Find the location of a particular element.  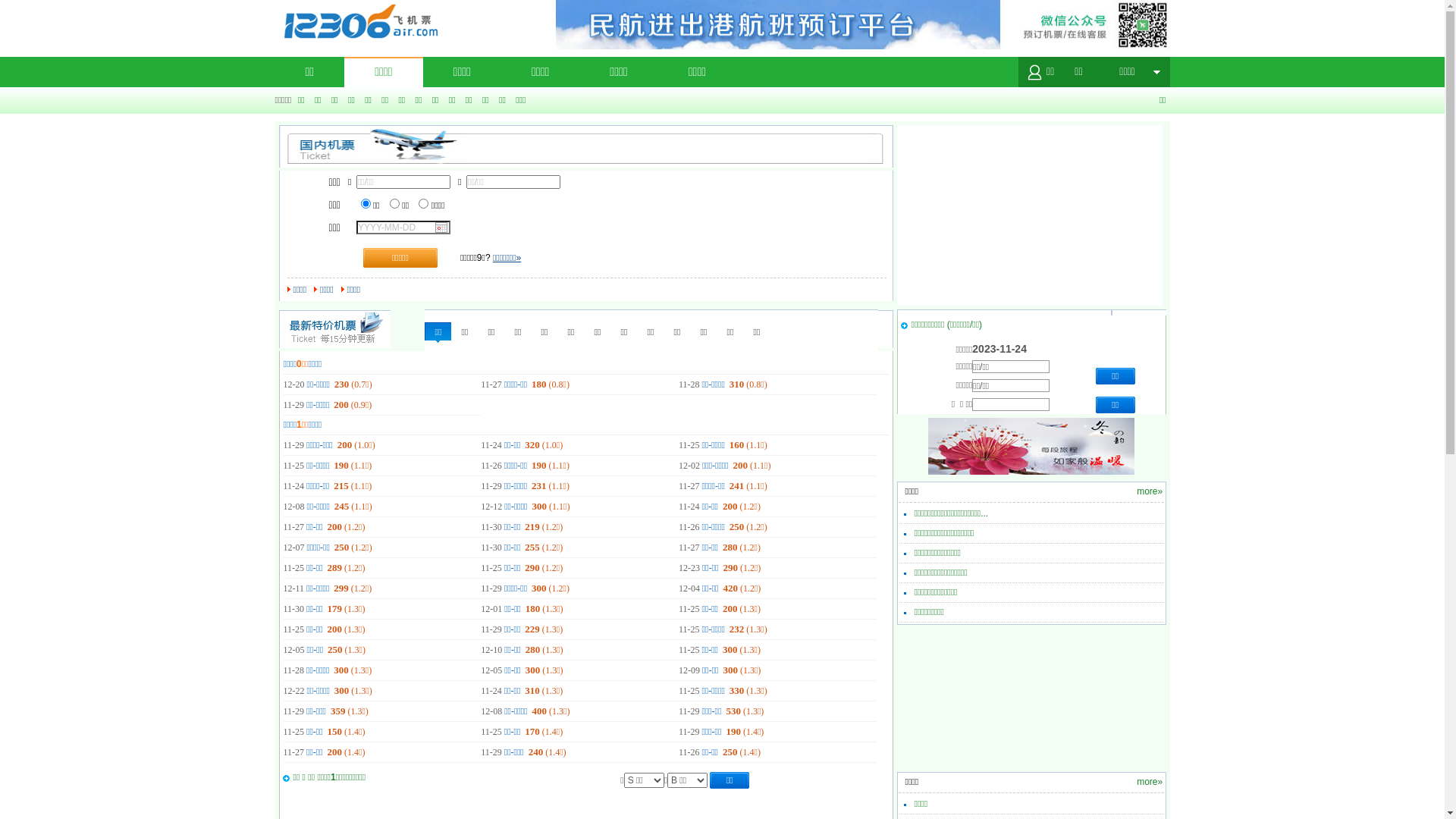

'3' is located at coordinates (423, 202).